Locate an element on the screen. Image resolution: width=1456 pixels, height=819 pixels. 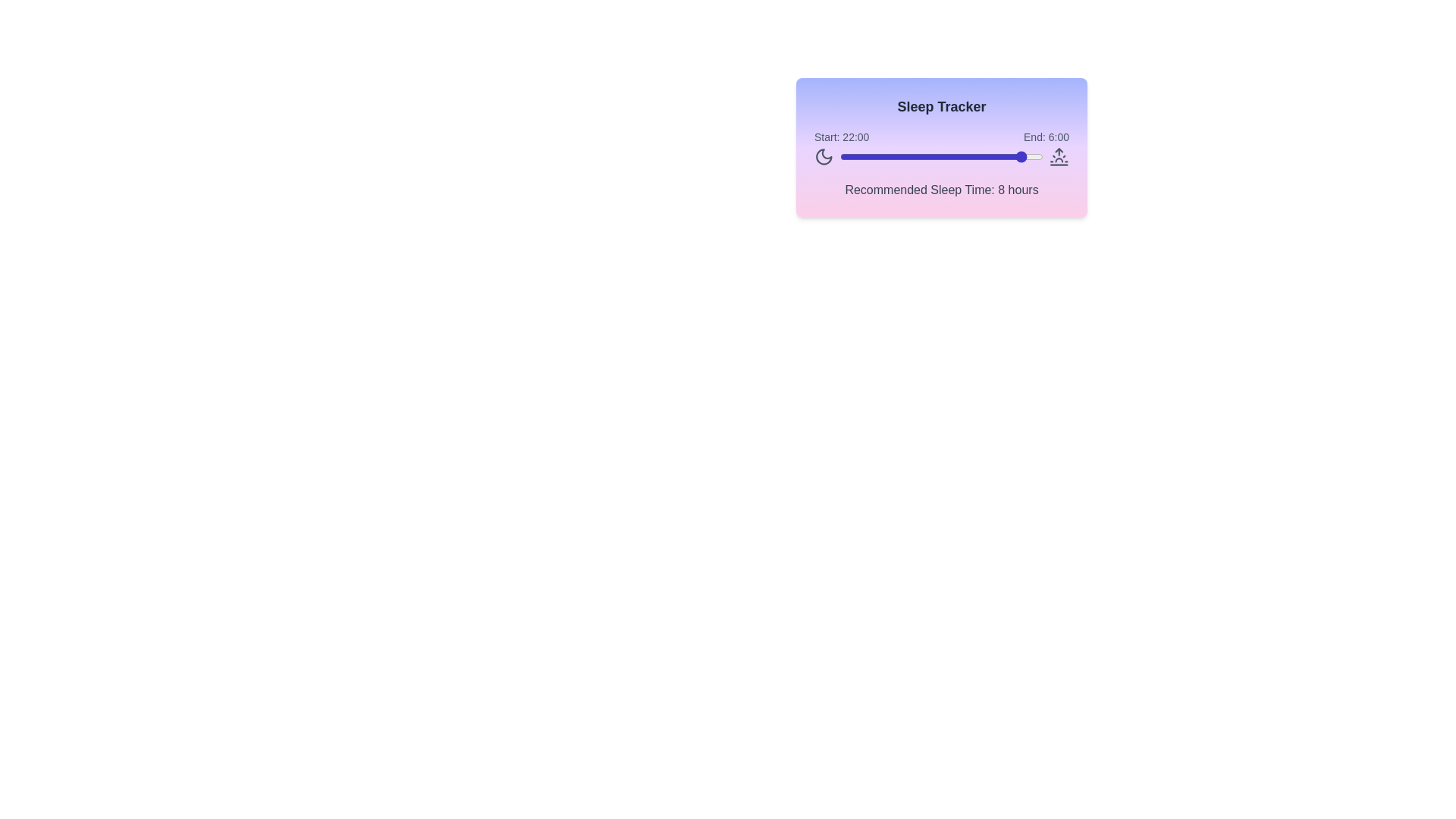
the moon icon to interact with it is located at coordinates (823, 157).